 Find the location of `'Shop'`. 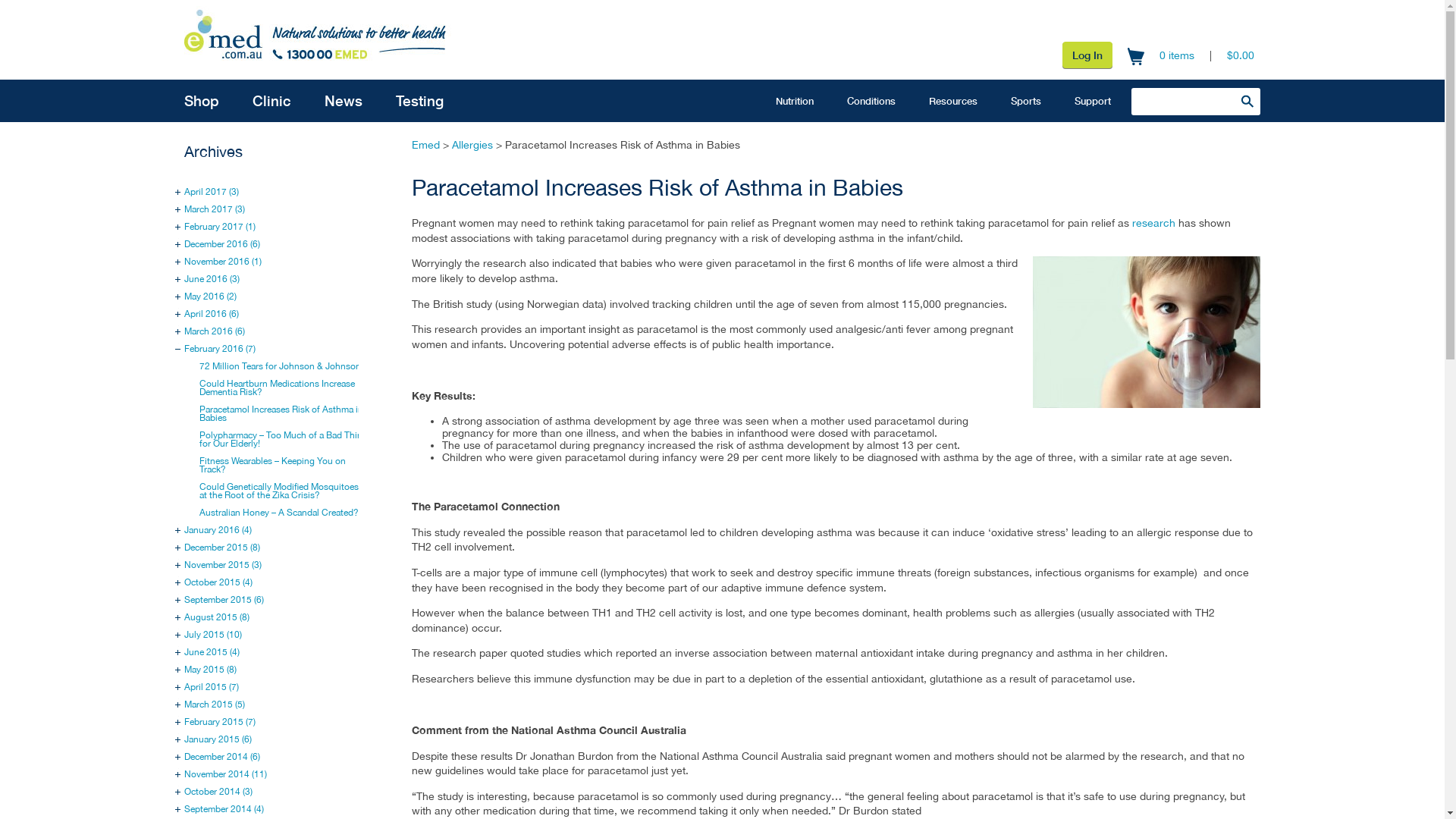

'Shop' is located at coordinates (200, 100).